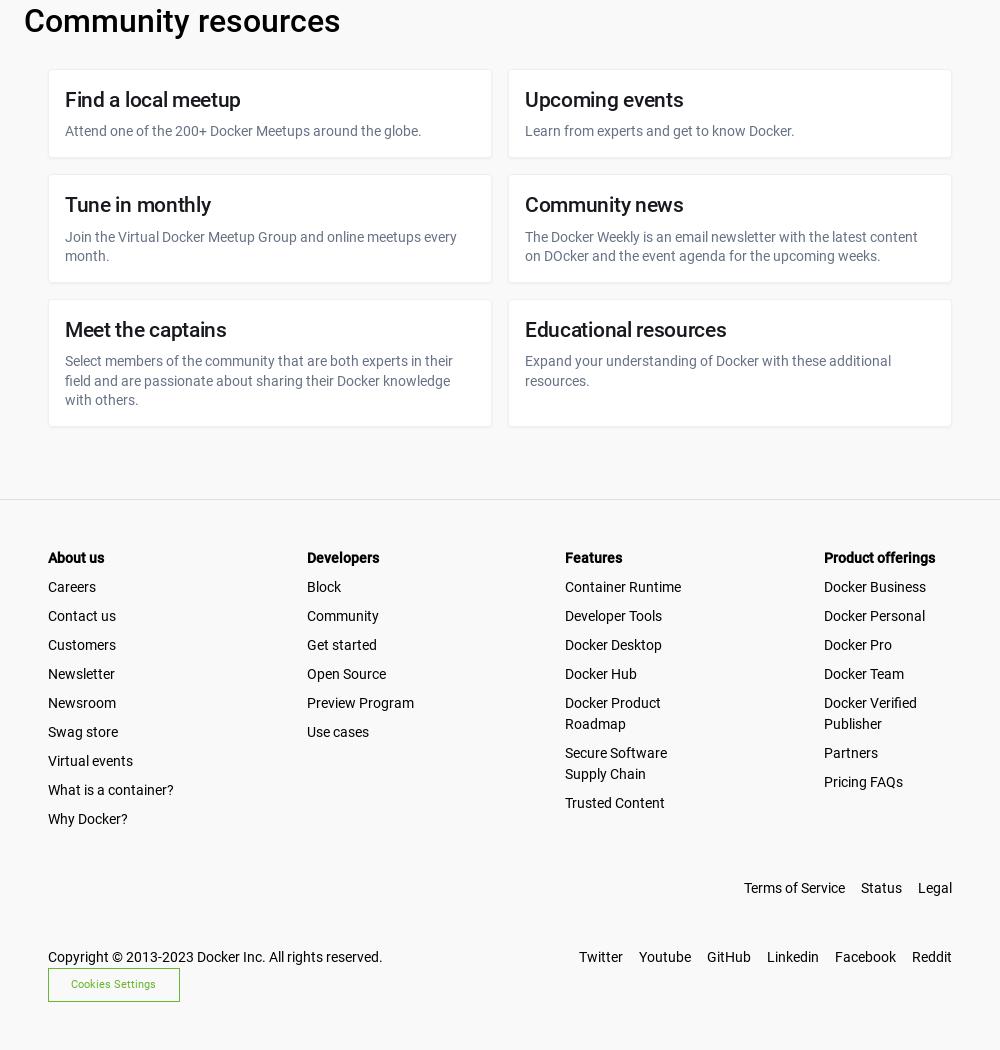  What do you see at coordinates (75, 557) in the screenshot?
I see `'About us'` at bounding box center [75, 557].